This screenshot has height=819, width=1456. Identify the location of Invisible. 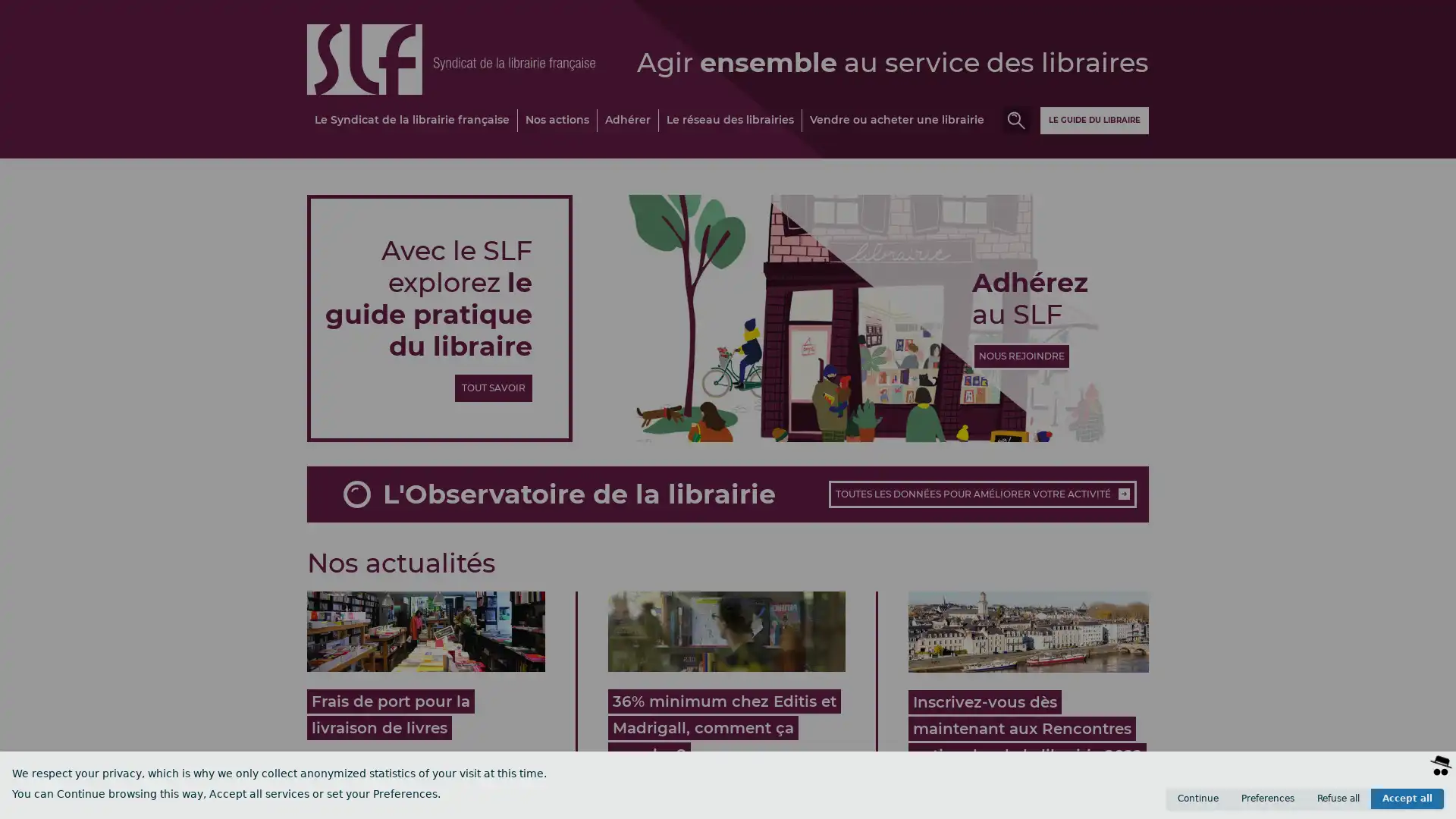
(1366, 803).